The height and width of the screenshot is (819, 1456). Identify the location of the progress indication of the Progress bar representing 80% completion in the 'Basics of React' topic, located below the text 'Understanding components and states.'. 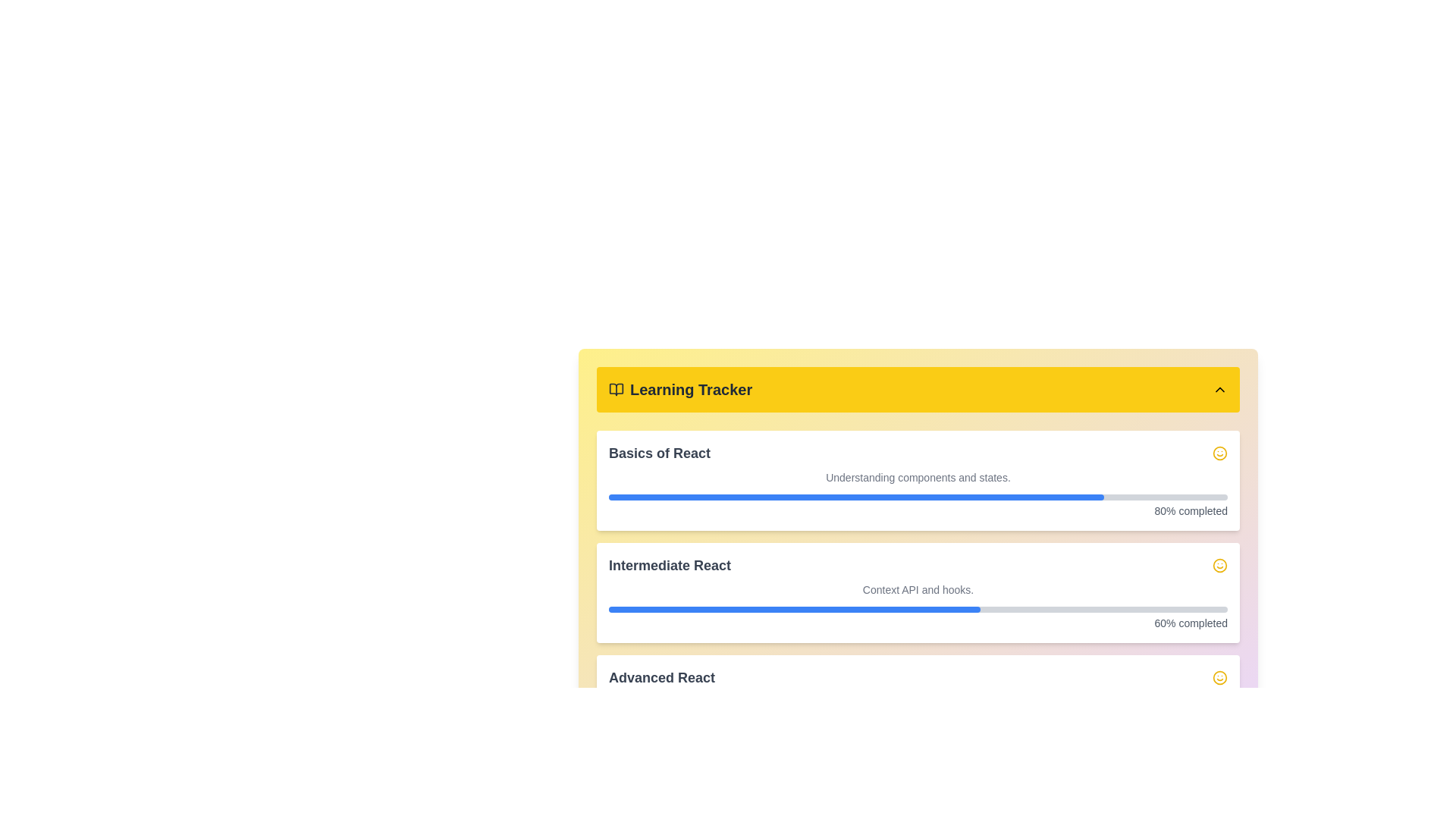
(917, 497).